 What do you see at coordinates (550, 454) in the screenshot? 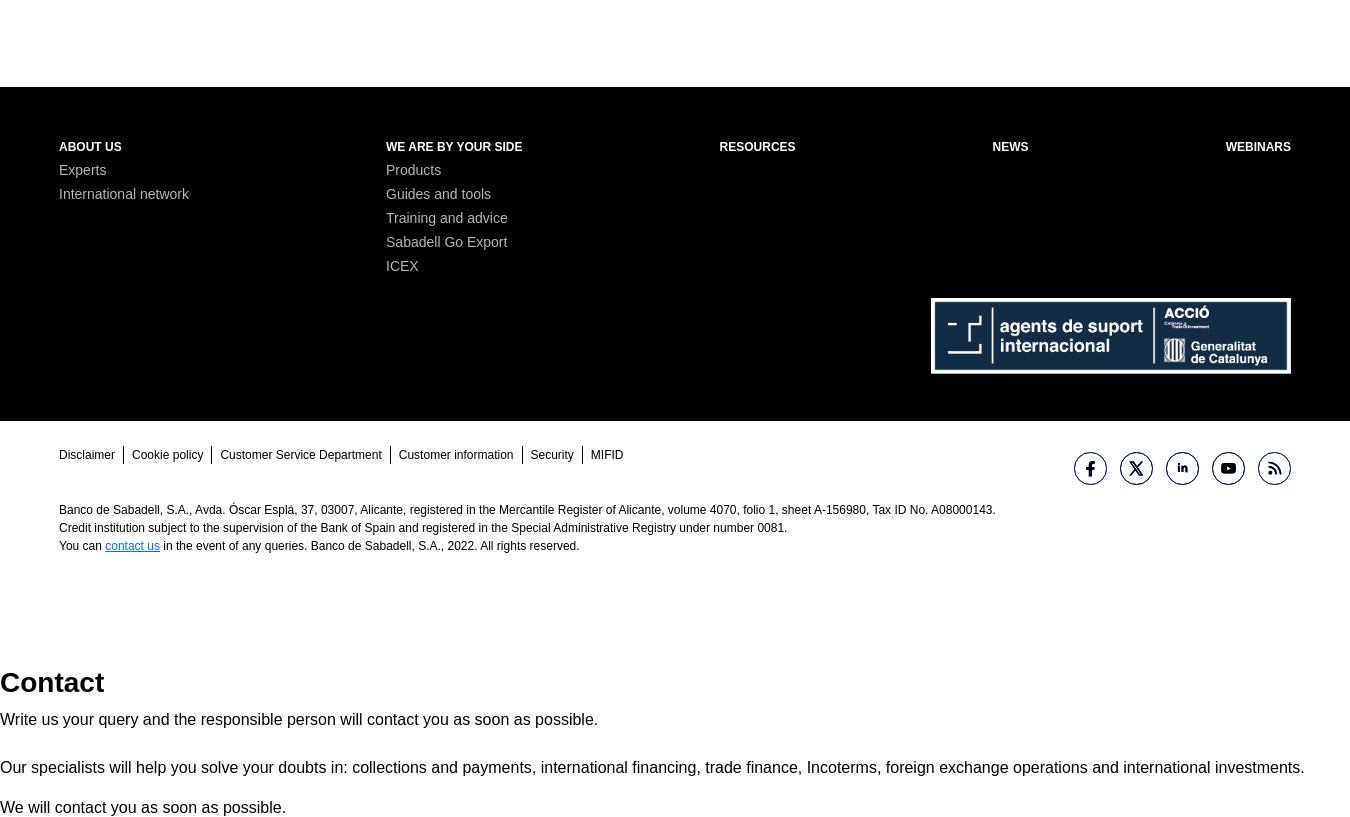
I see `'Security'` at bounding box center [550, 454].